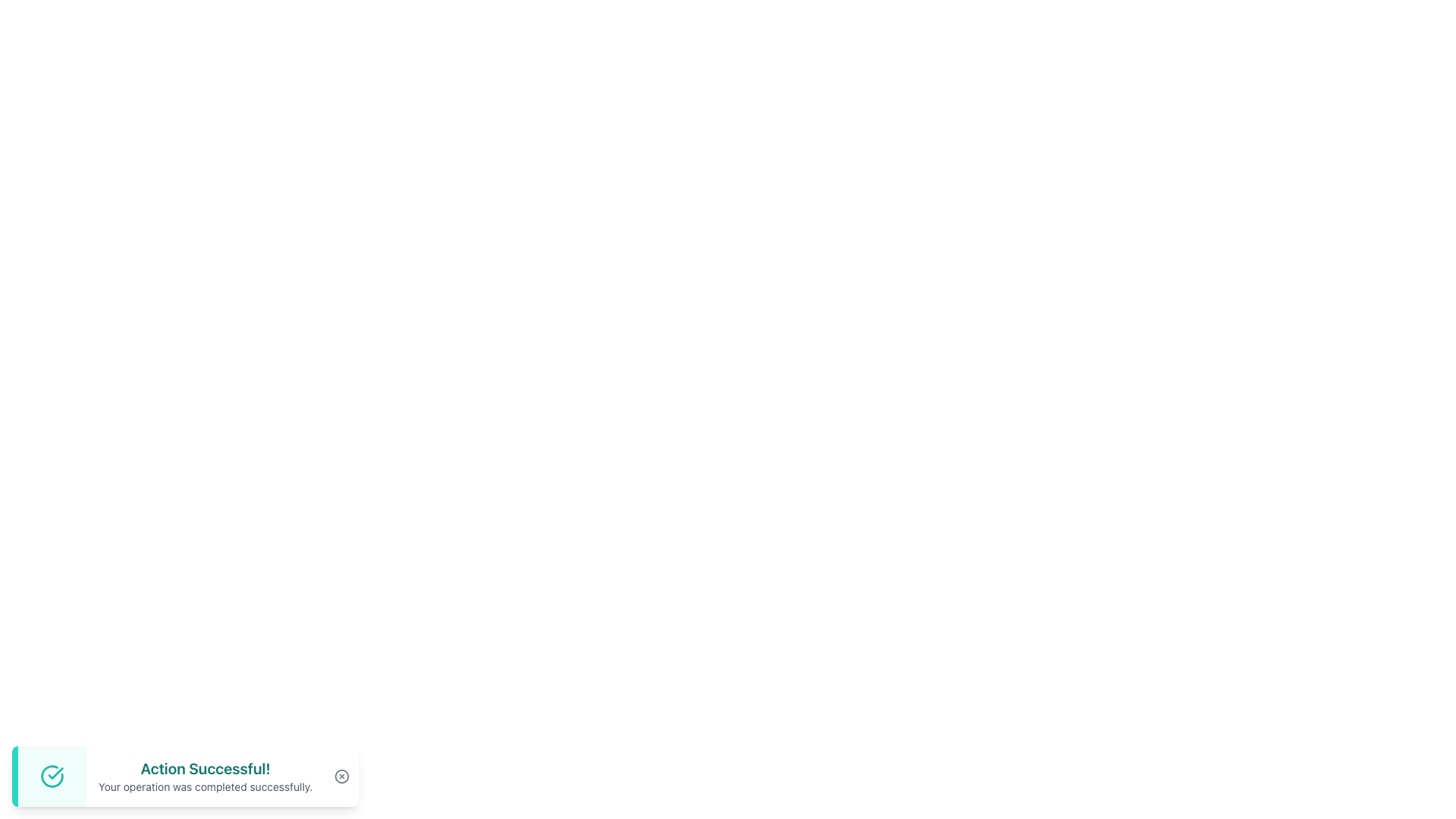  Describe the element at coordinates (52, 776) in the screenshot. I see `the green circular icon with a checkmark located in the bottom-left corner of the notification box that indicates 'Action Successful!'` at that location.